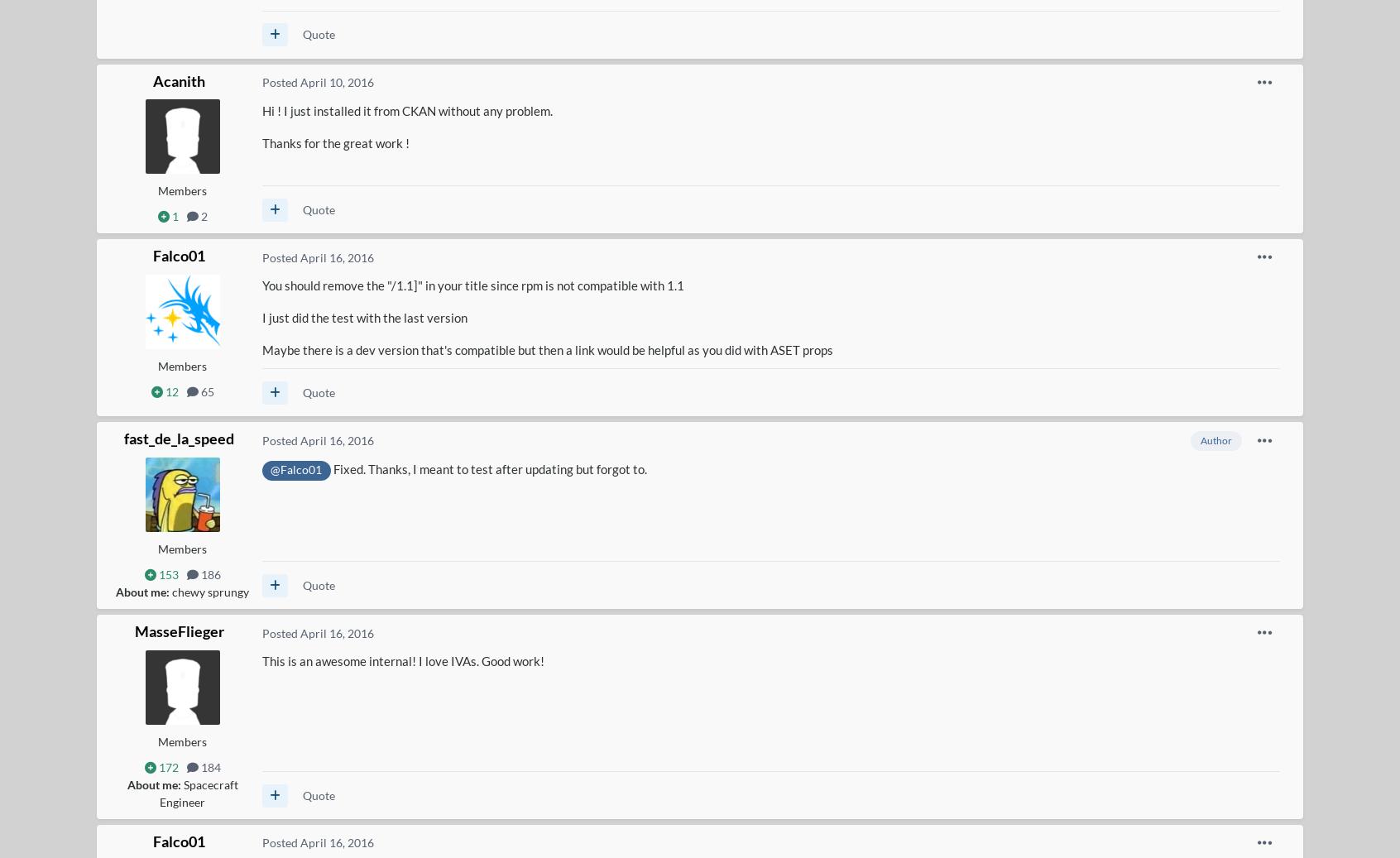  I want to click on 'Fixed. Thanks, I meant to test after updating but forgot to.', so click(488, 469).